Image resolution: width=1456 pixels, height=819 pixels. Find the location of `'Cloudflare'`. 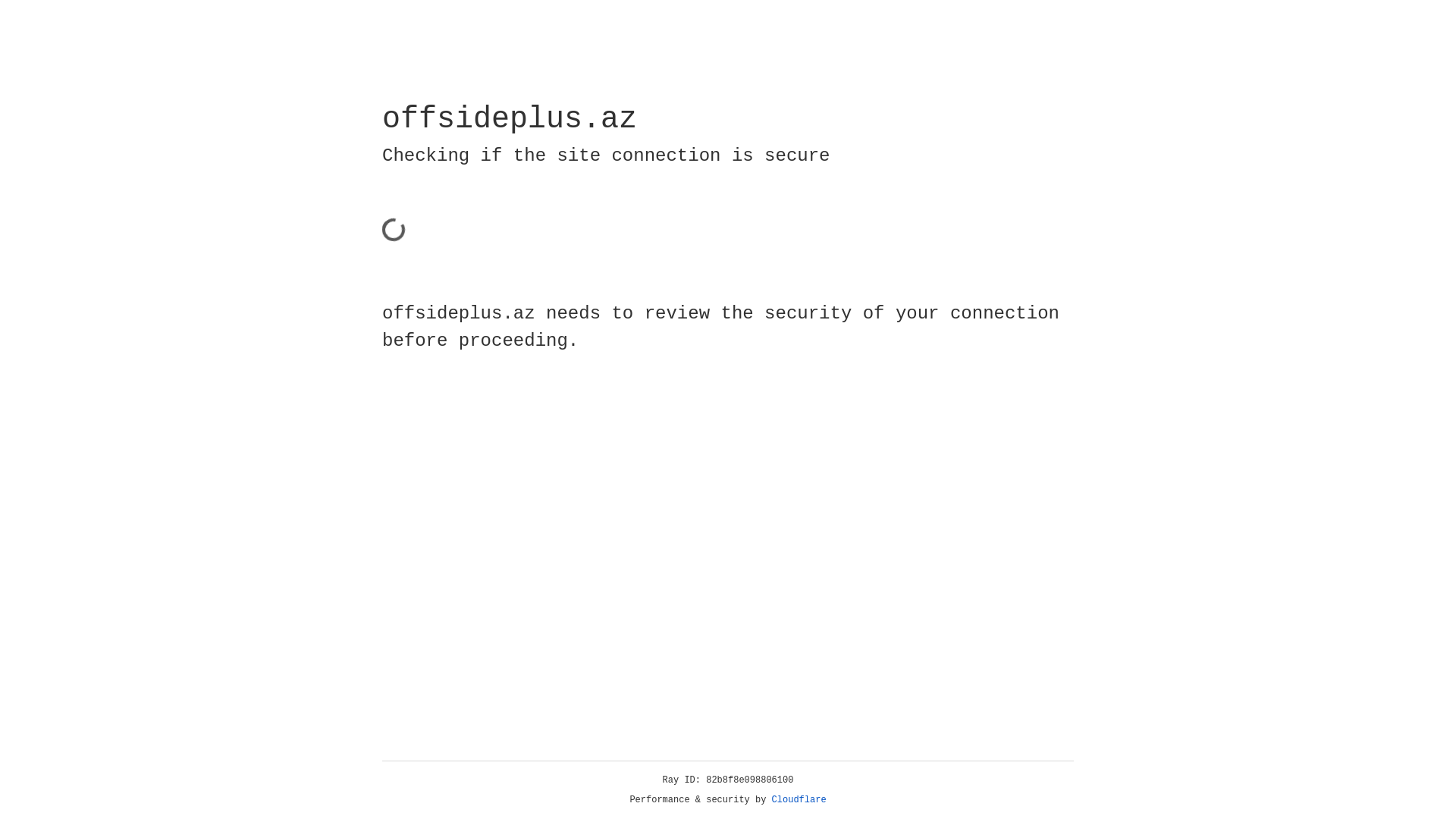

'Cloudflare' is located at coordinates (799, 799).